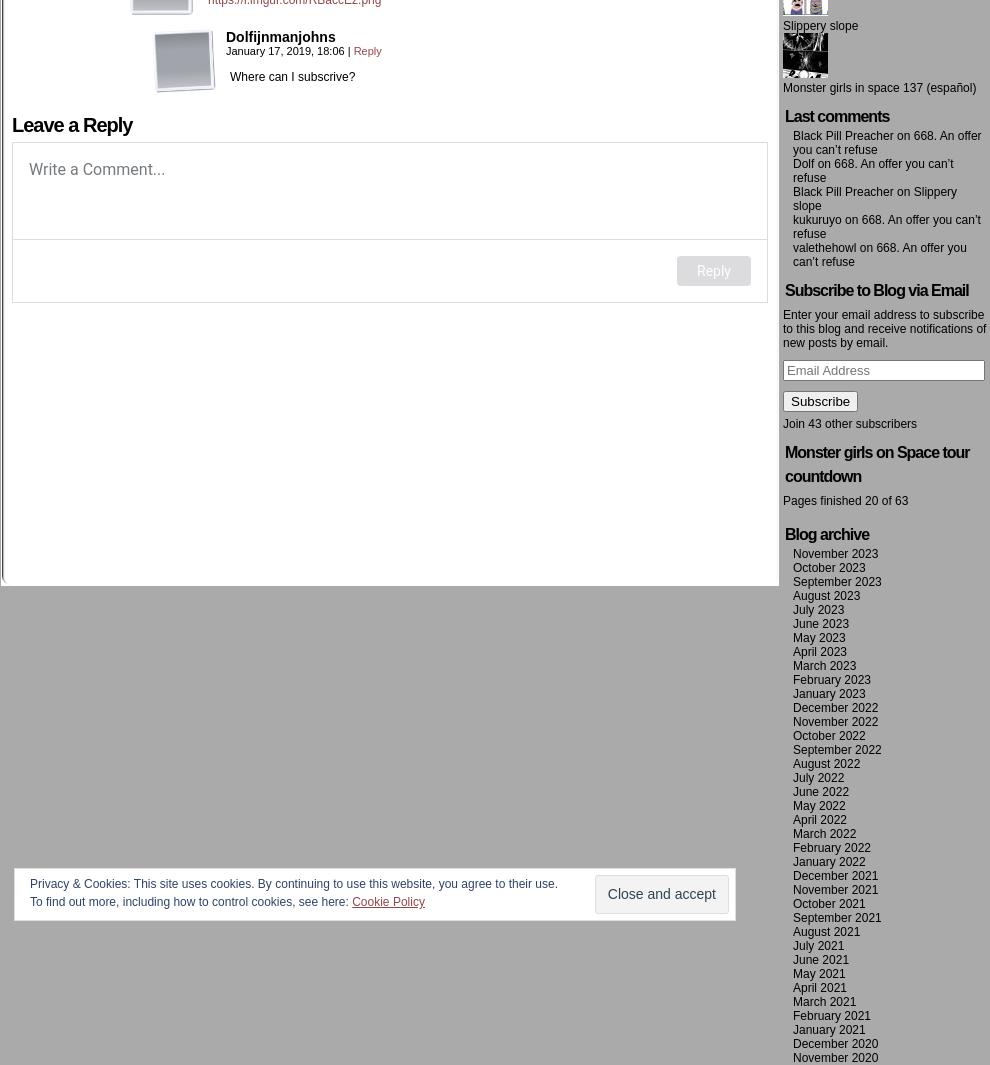 Image resolution: width=990 pixels, height=1065 pixels. I want to click on 'January 2023', so click(828, 693).